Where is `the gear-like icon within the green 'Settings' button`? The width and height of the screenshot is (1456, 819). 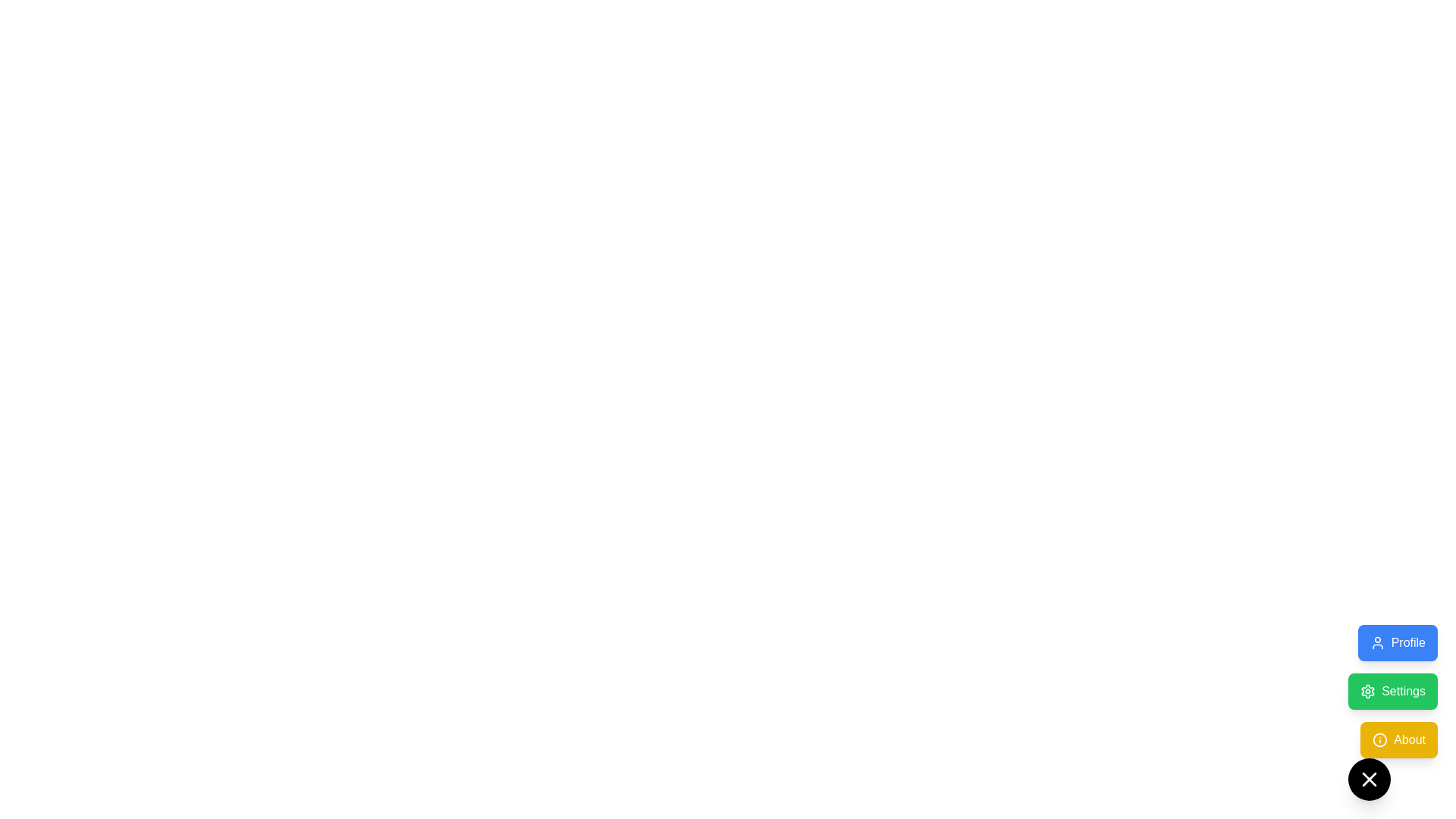 the gear-like icon within the green 'Settings' button is located at coordinates (1368, 691).